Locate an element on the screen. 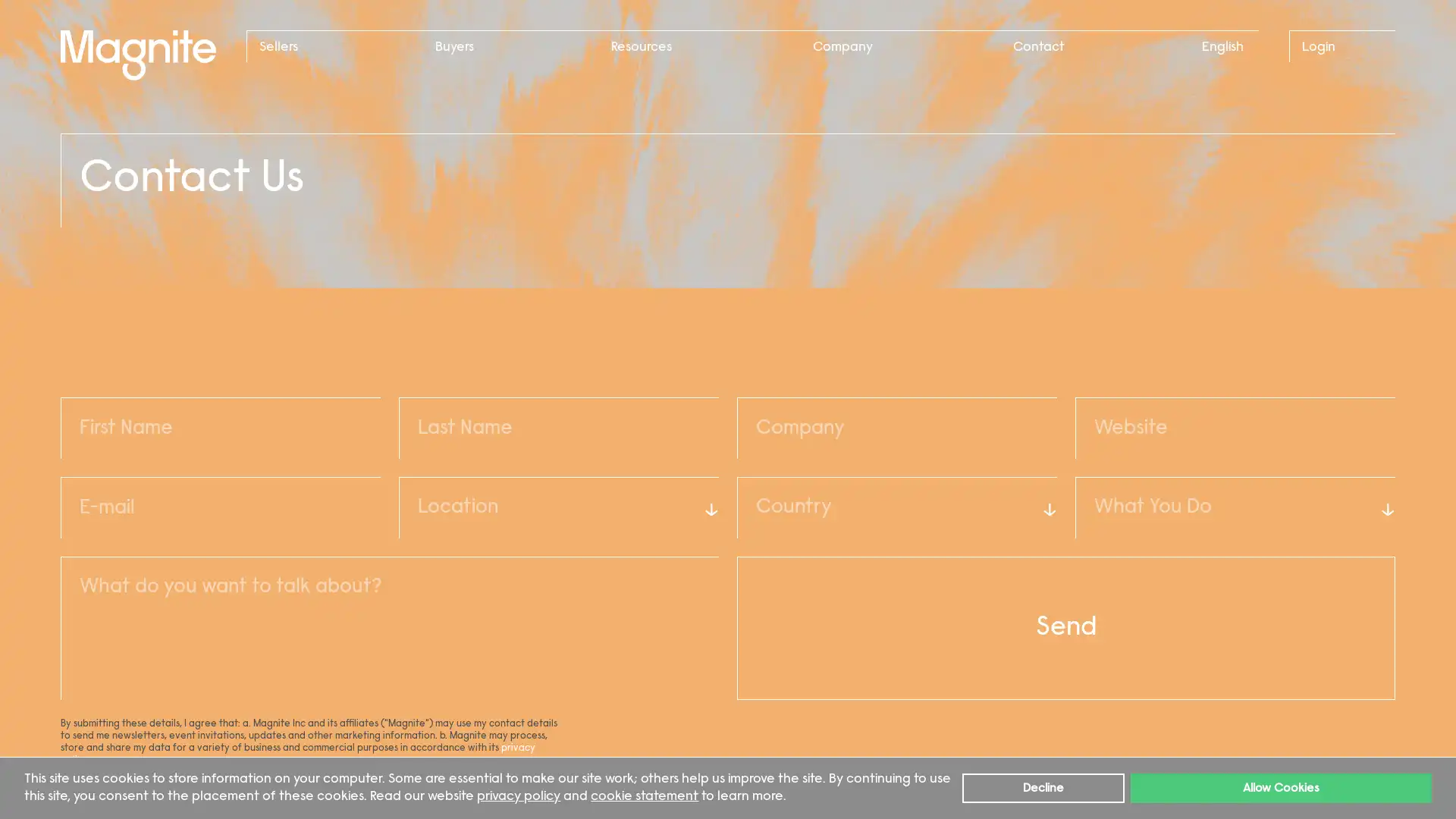 The height and width of the screenshot is (819, 1456). Send is located at coordinates (1065, 628).